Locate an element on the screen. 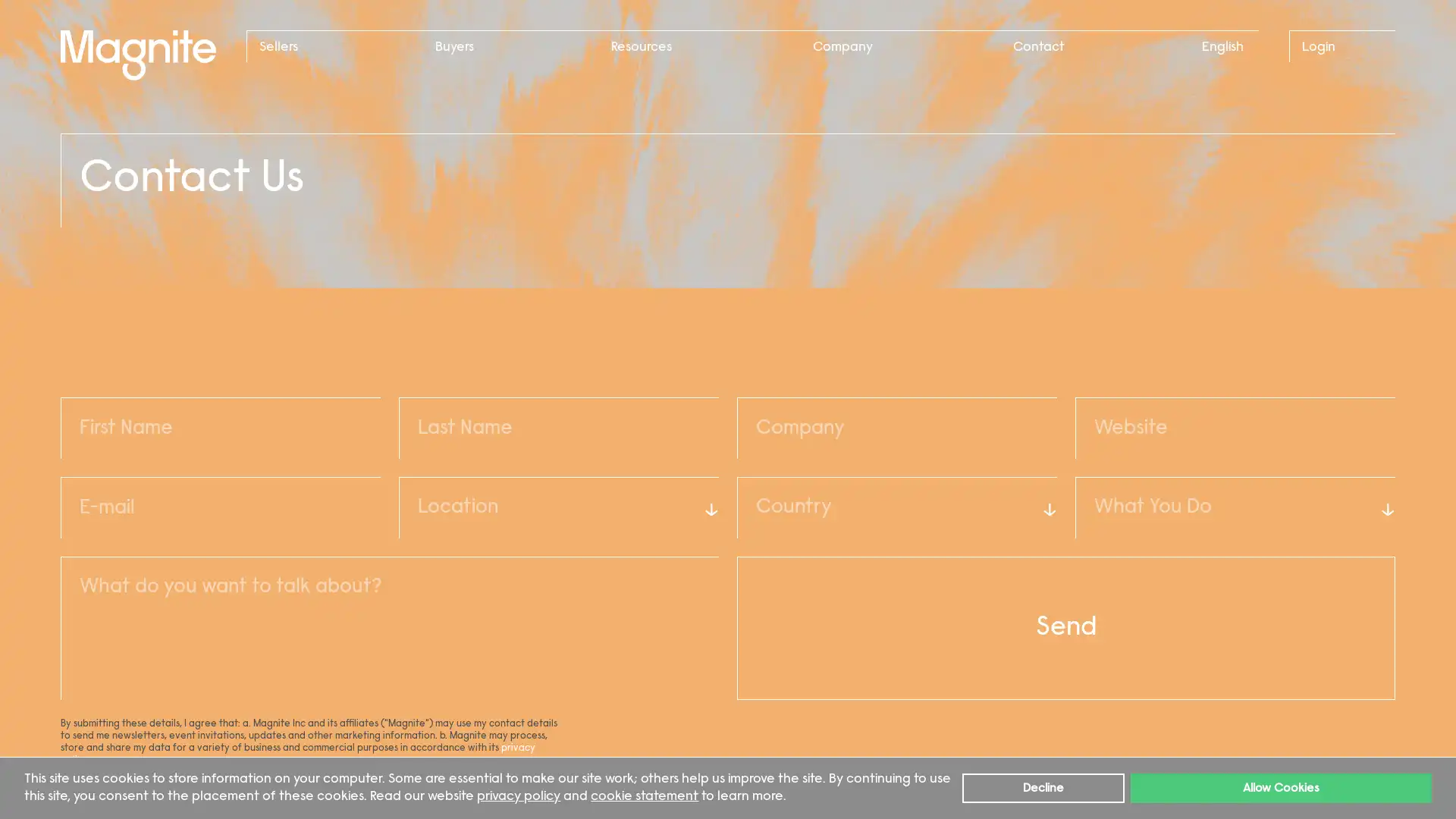 The height and width of the screenshot is (819, 1456). Send is located at coordinates (1065, 628).